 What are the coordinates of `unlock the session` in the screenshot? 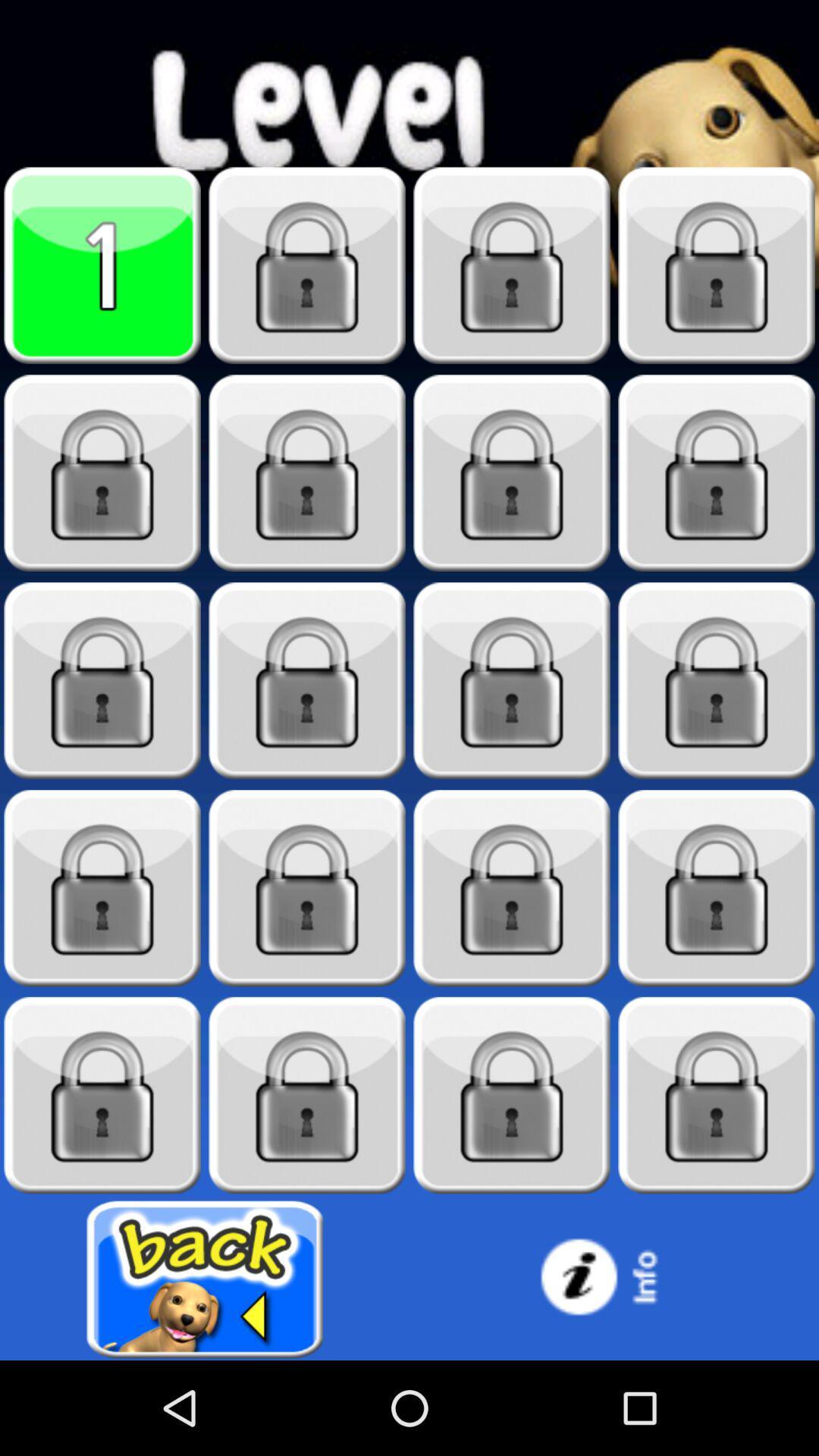 It's located at (102, 472).